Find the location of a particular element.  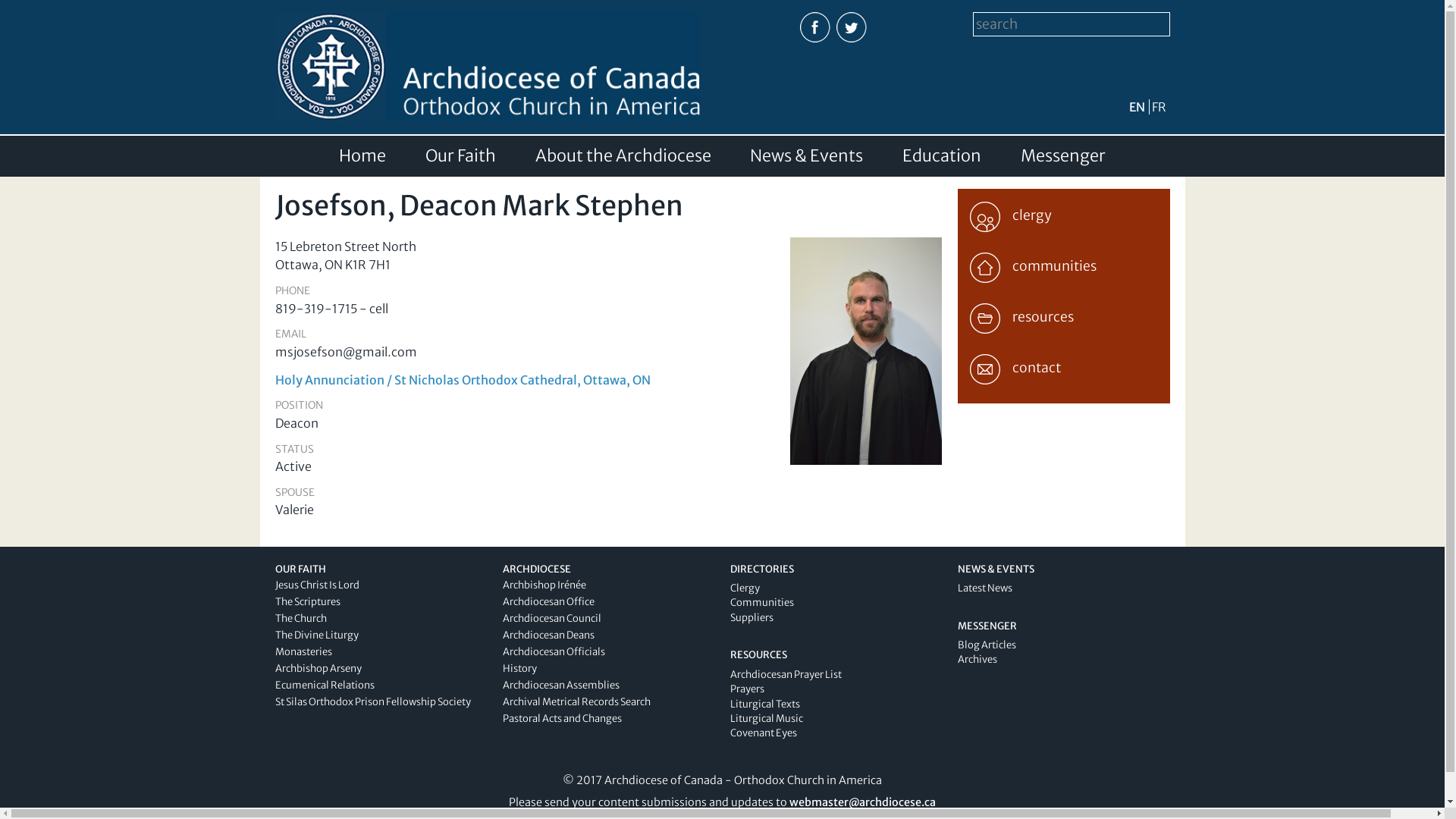

'FR' is located at coordinates (1157, 106).